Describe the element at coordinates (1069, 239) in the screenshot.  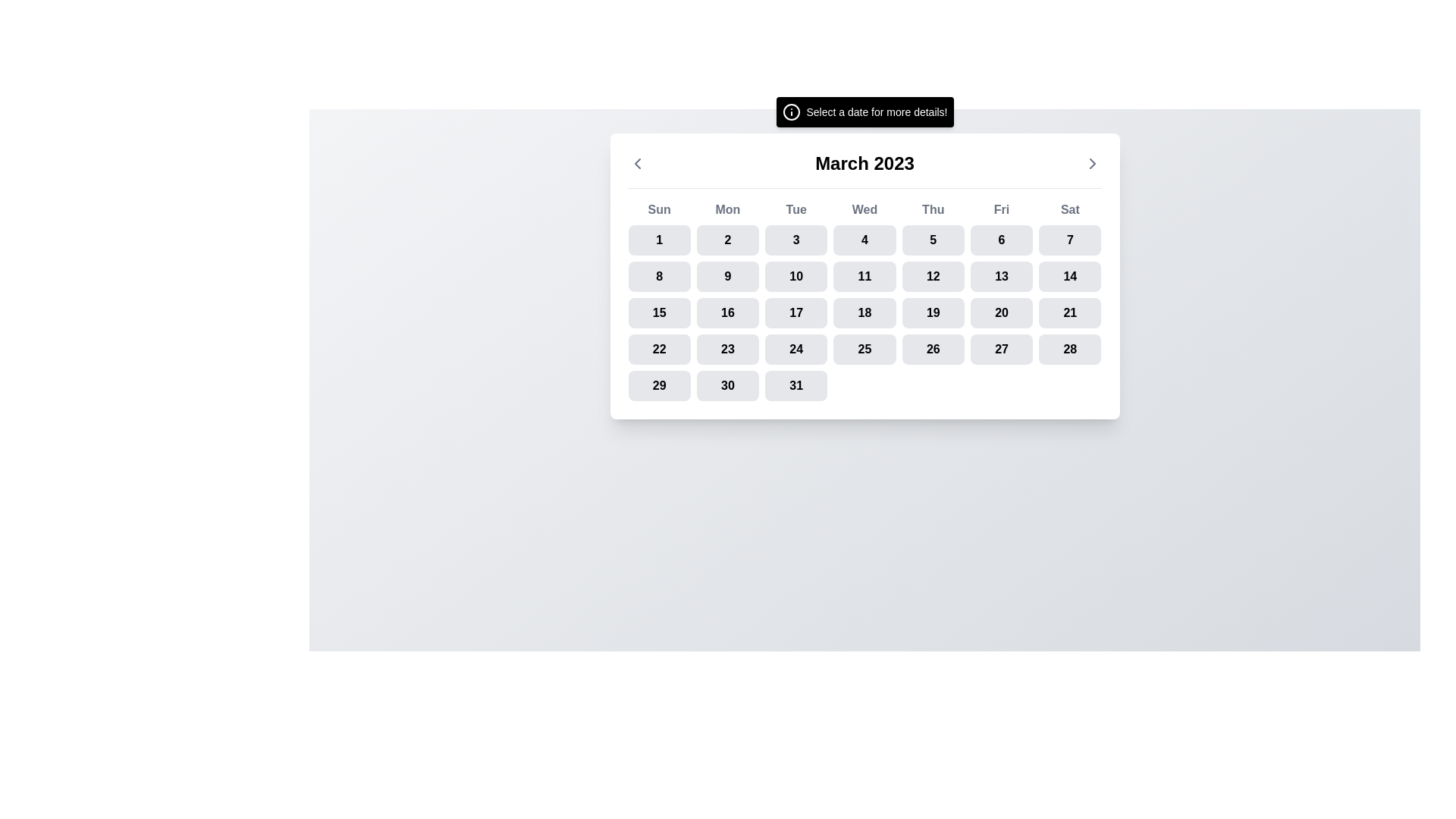
I see `the rounded rectangular button labeled '7' in the calendar interface` at that location.